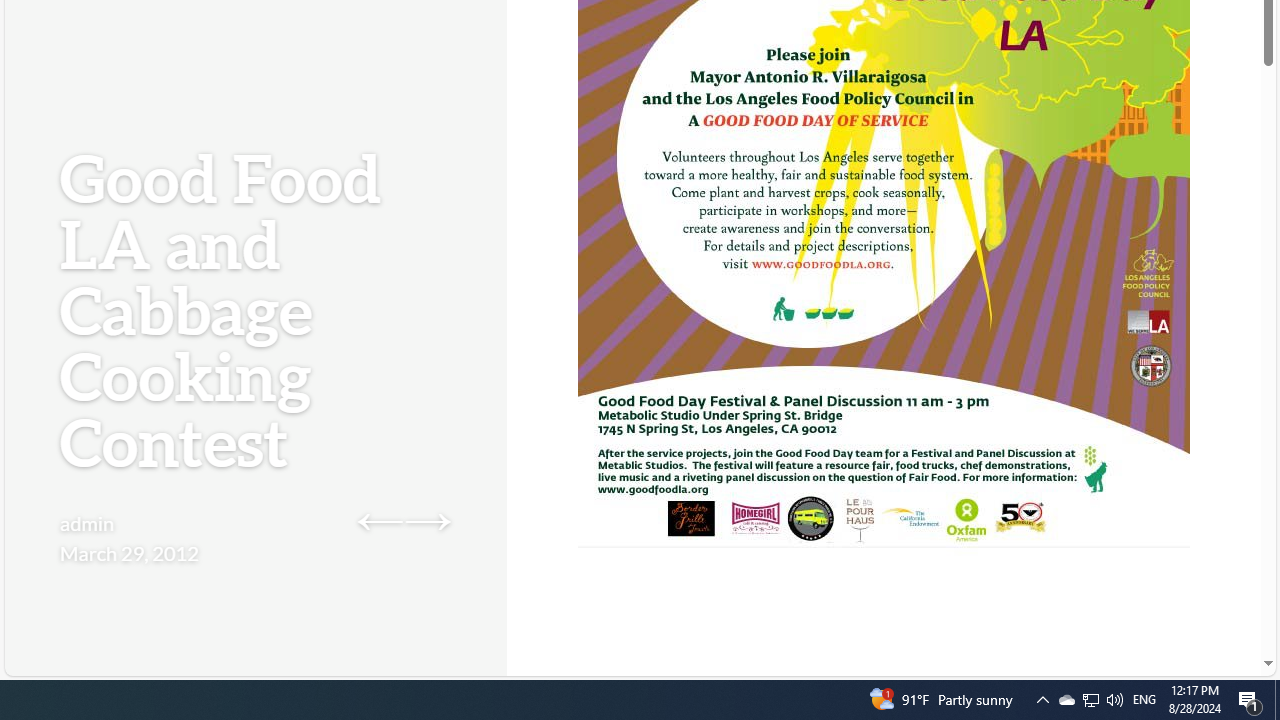  Describe the element at coordinates (128, 552) in the screenshot. I see `'March 29, 2012'` at that location.